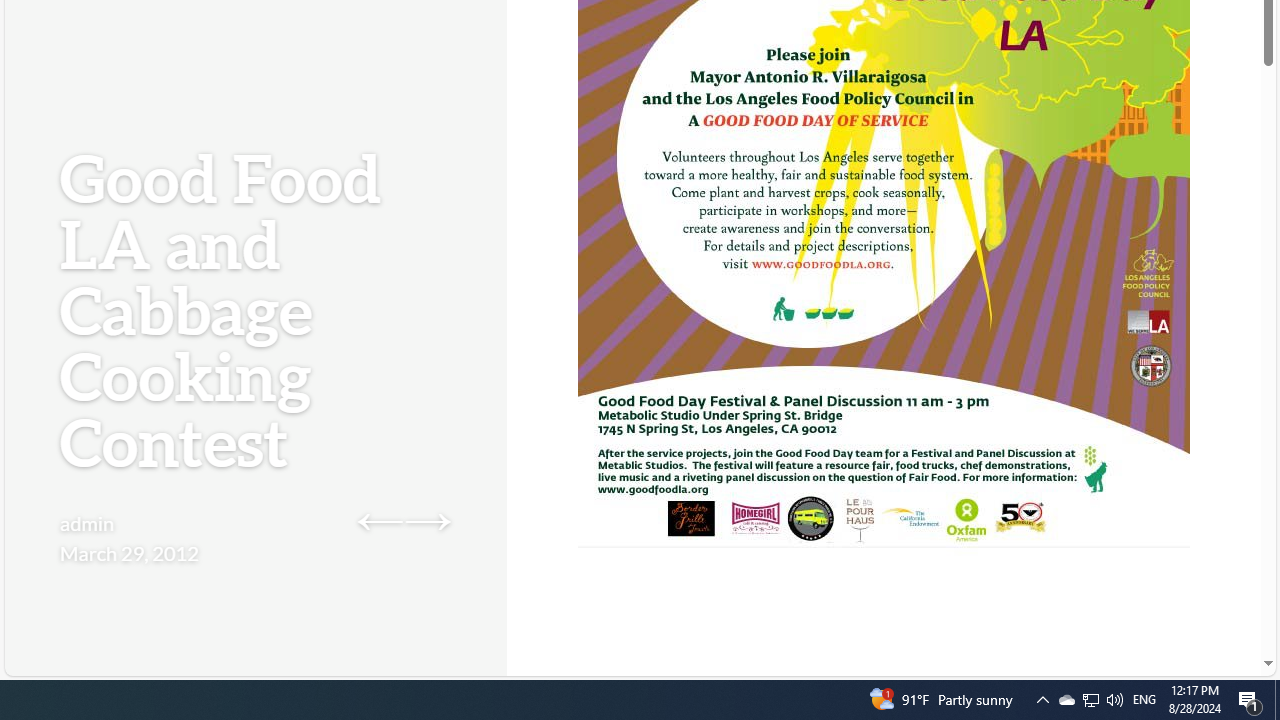  Describe the element at coordinates (128, 552) in the screenshot. I see `'March 29, 2012'` at that location.